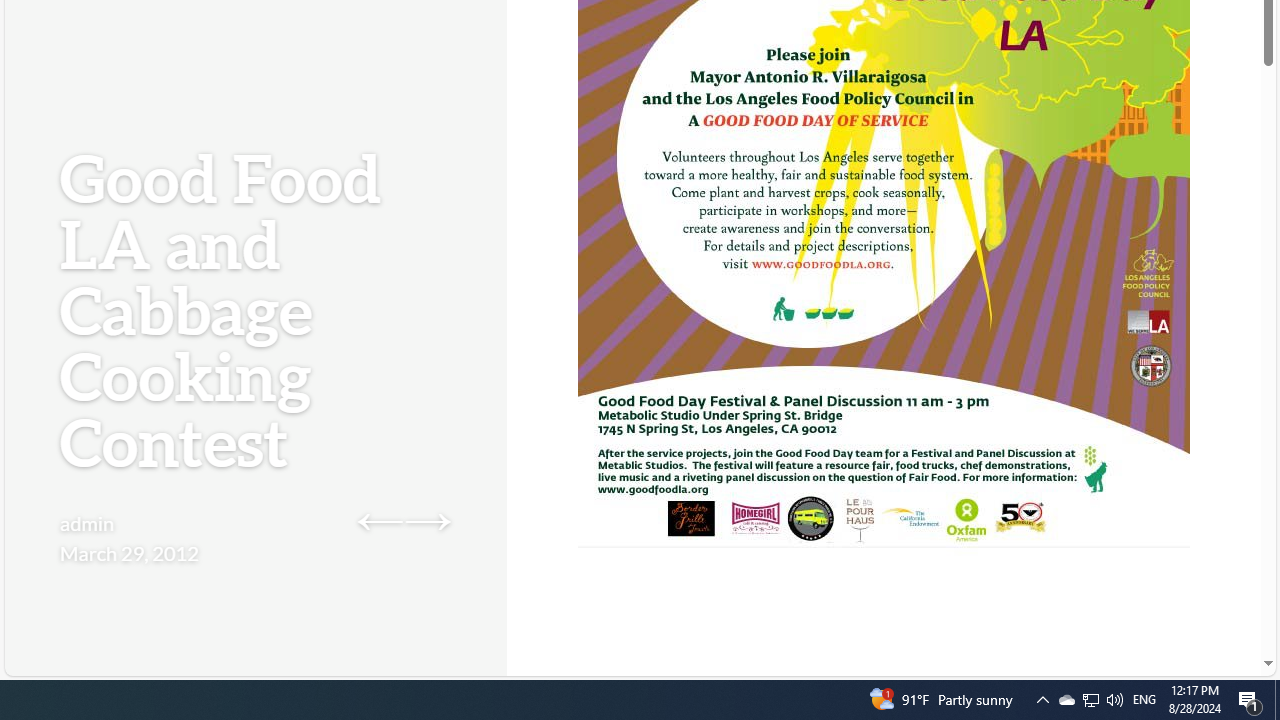  Describe the element at coordinates (128, 552) in the screenshot. I see `'March 29, 2012'` at that location.